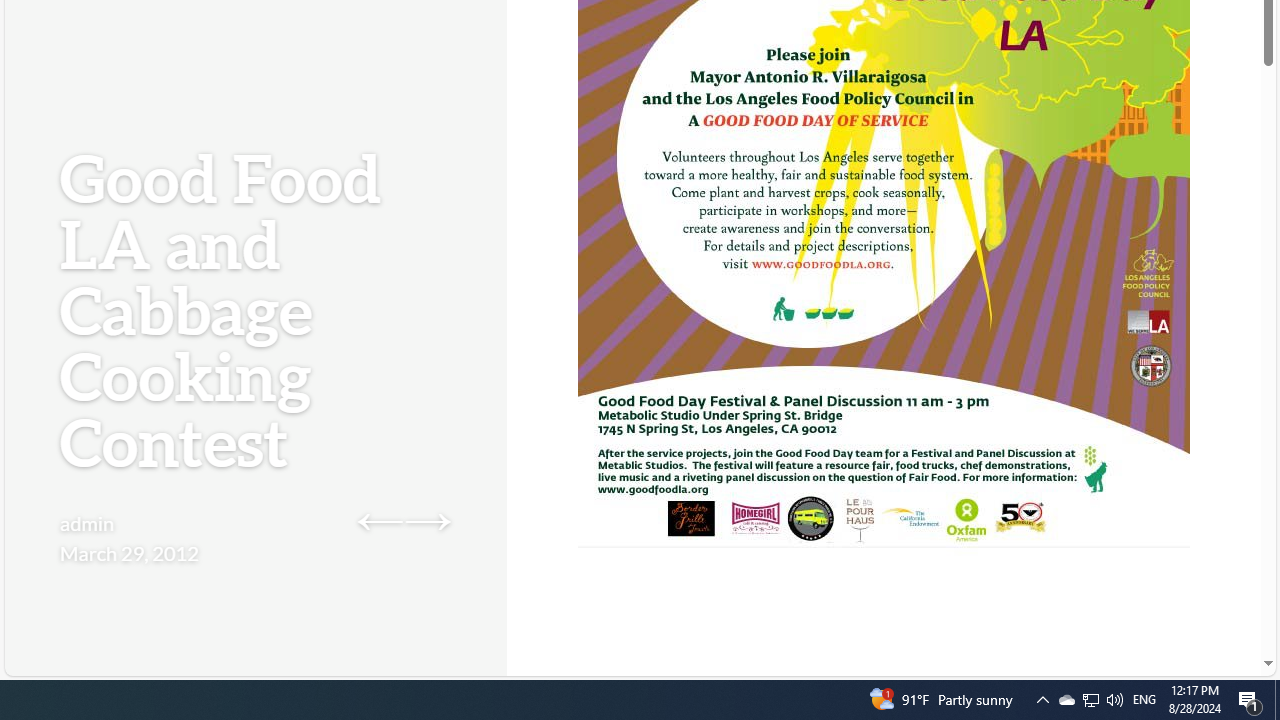  Describe the element at coordinates (128, 552) in the screenshot. I see `'March 29, 2012'` at that location.